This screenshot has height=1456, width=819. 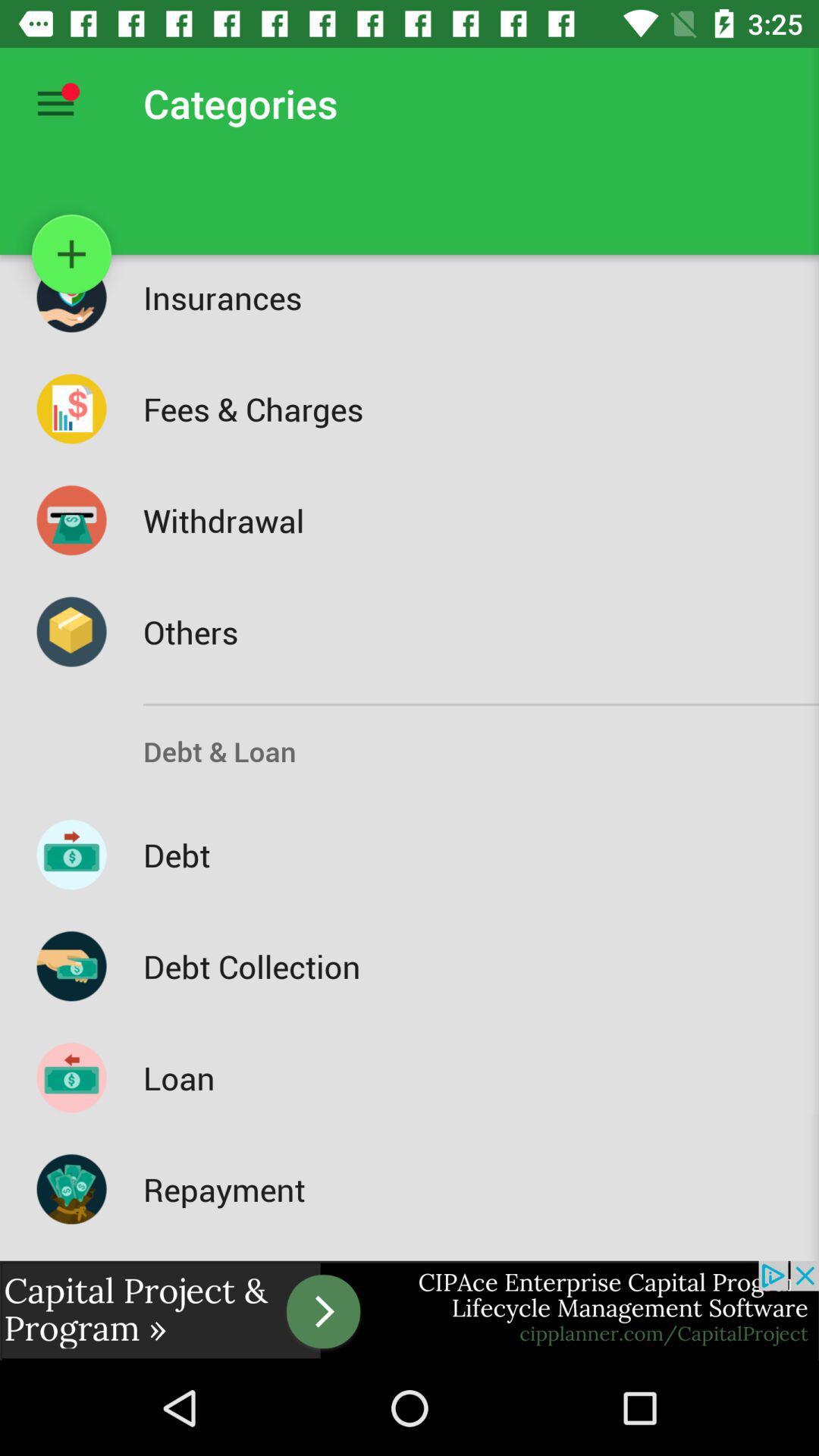 I want to click on settings, so click(x=55, y=102).